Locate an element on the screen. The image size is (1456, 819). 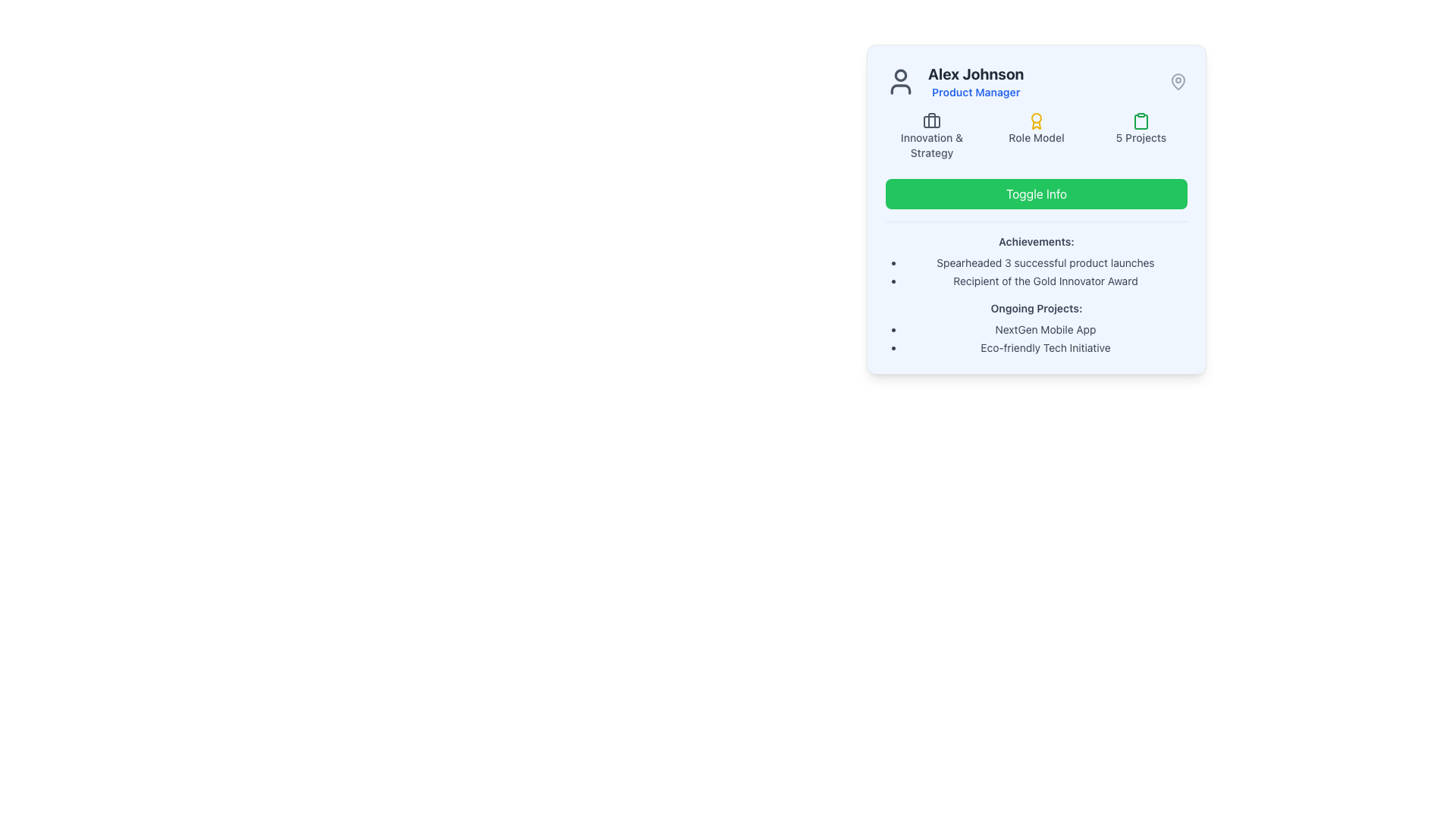
the small map pin icon located at the top-right corner of the user information card displaying 'Alex Johnson', styled with a light gray stroke outline and no fill is located at coordinates (1178, 82).